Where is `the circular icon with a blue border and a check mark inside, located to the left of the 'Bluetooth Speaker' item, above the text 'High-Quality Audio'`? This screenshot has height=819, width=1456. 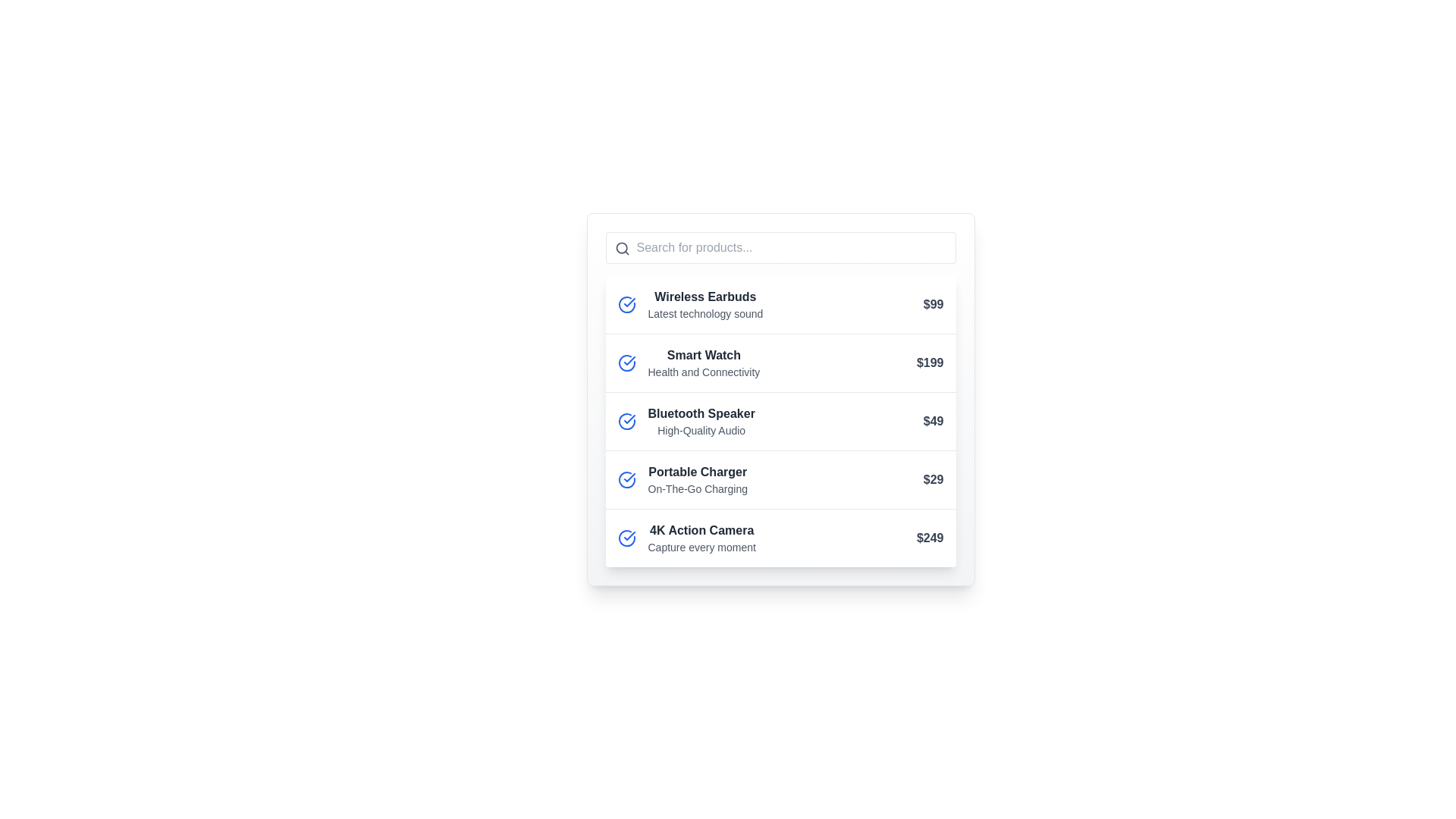 the circular icon with a blue border and a check mark inside, located to the left of the 'Bluetooth Speaker' item, above the text 'High-Quality Audio' is located at coordinates (626, 421).